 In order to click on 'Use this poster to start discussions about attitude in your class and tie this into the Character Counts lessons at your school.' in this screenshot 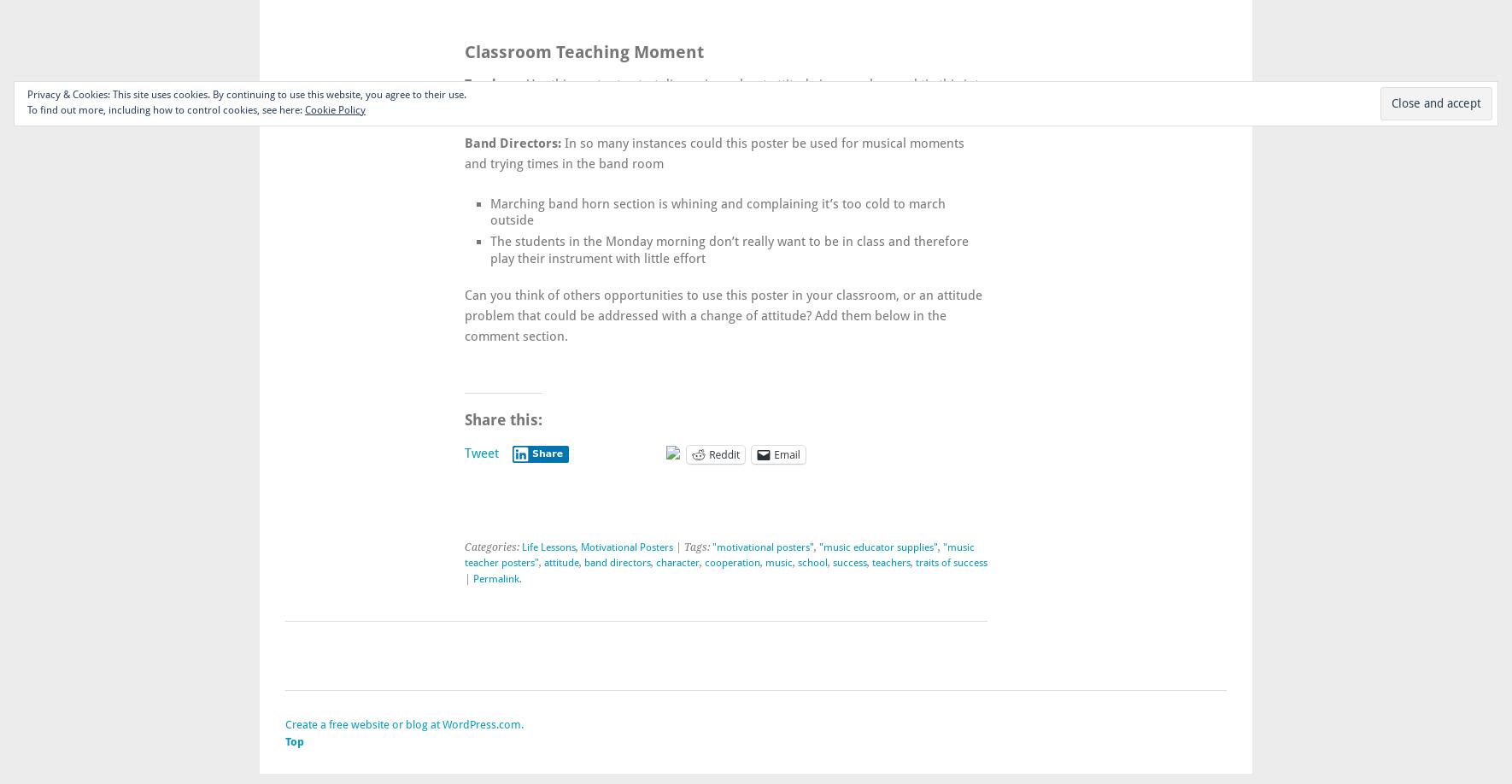, I will do `click(724, 93)`.